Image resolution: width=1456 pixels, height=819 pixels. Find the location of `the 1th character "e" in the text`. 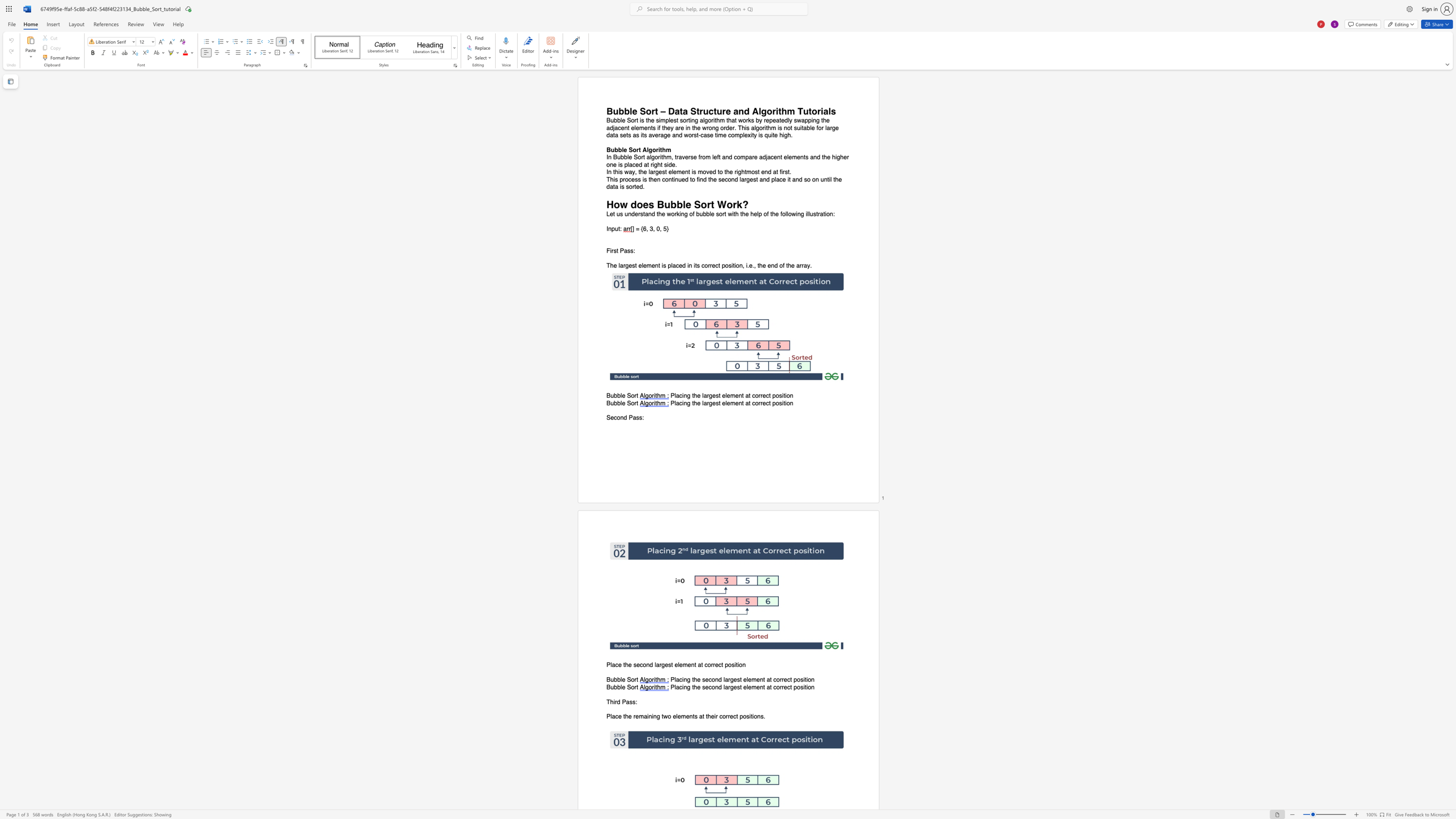

the 1th character "e" in the text is located at coordinates (699, 402).